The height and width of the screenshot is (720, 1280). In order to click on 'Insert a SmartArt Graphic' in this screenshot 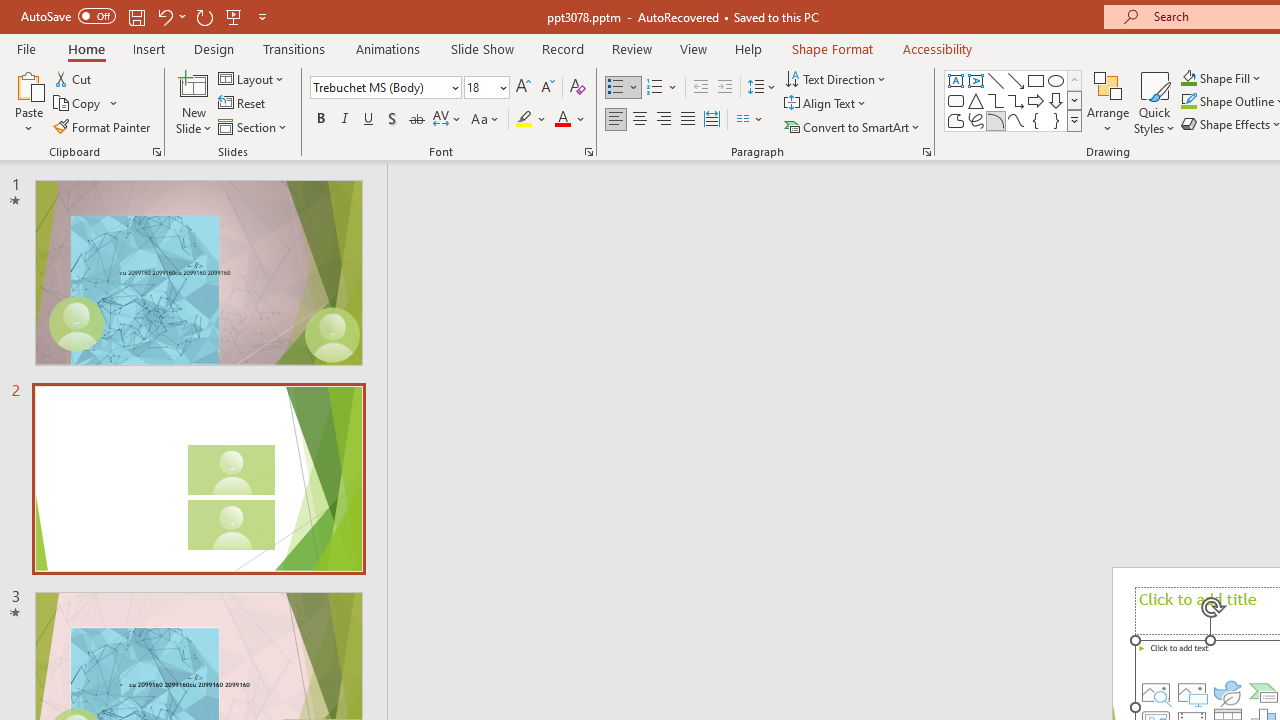, I will do `click(1263, 692)`.